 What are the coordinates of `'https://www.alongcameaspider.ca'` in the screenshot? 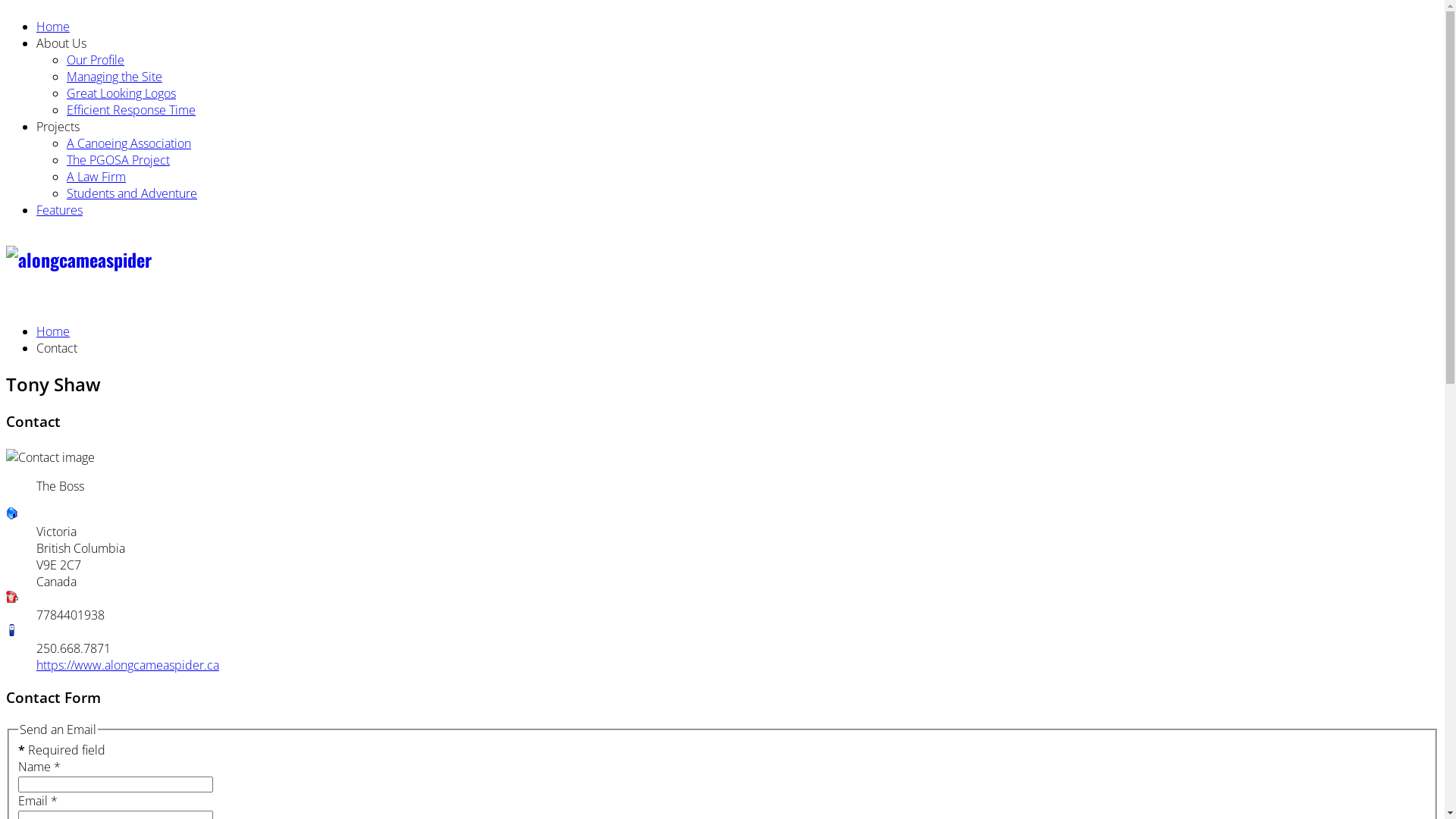 It's located at (36, 664).